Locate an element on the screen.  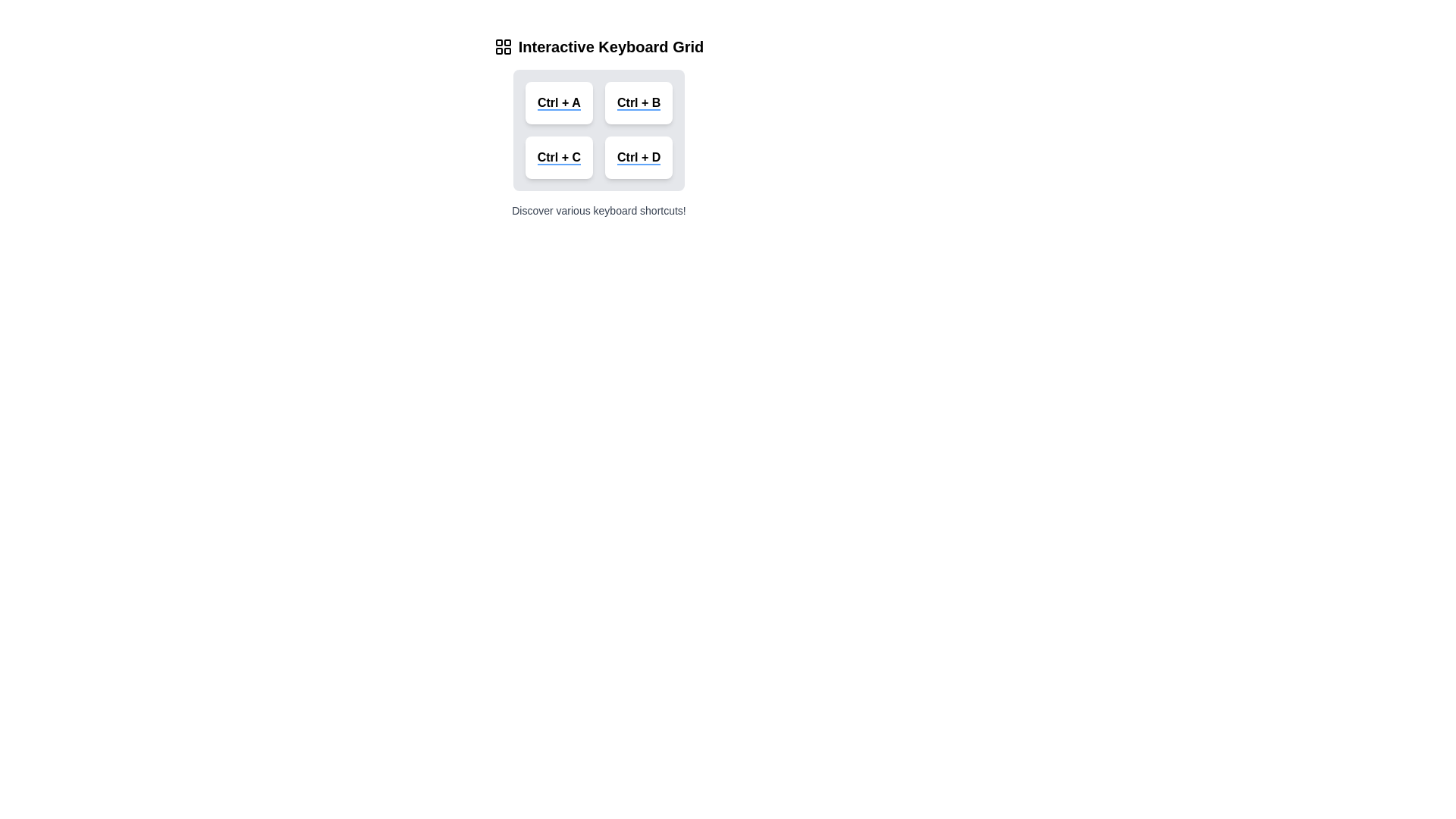
the text label displaying 'Ctrl + A', which is styled with medium-sized bold font and has a blue bottom border is located at coordinates (558, 102).